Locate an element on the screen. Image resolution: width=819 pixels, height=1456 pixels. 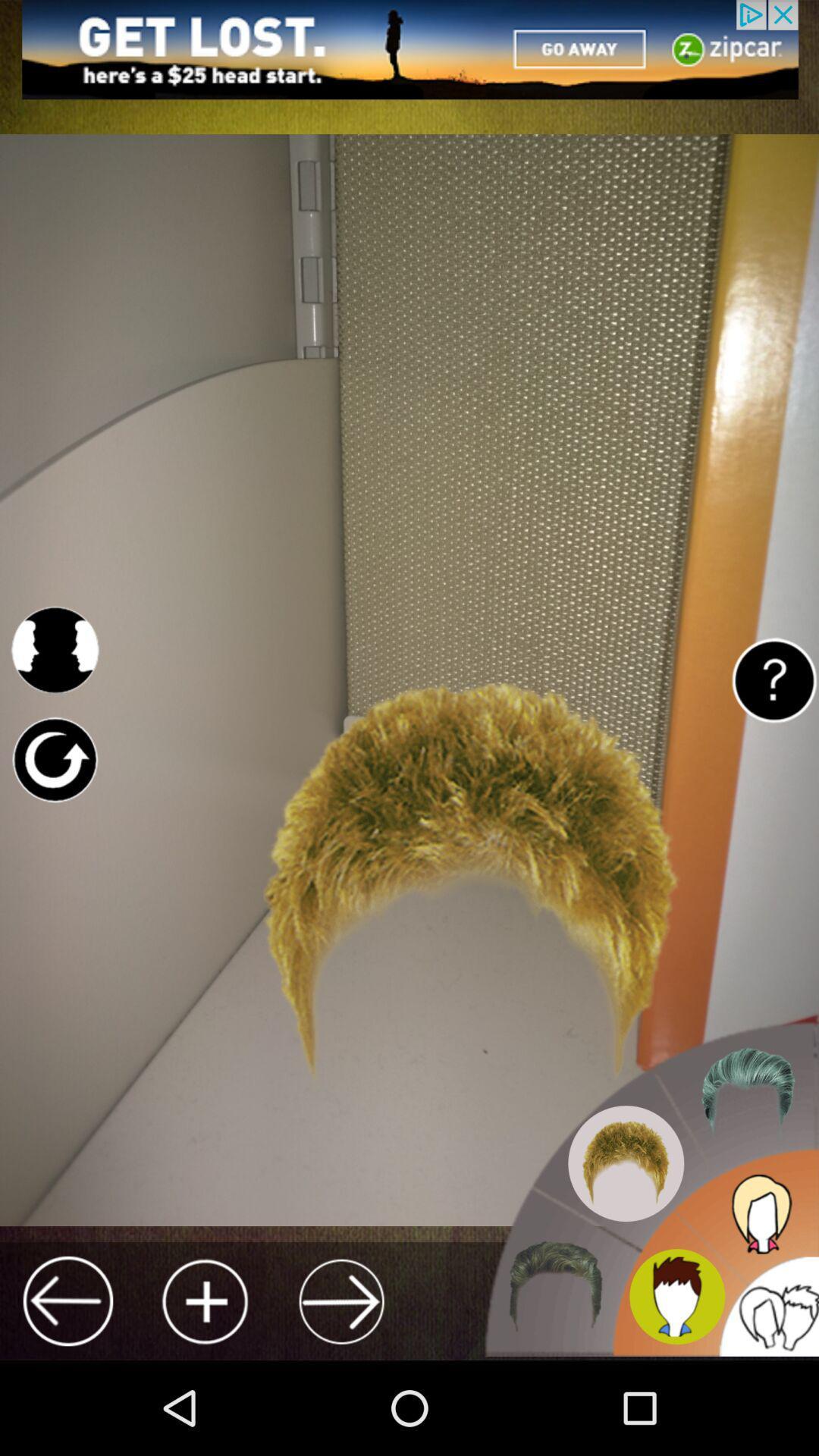
the help icon is located at coordinates (773, 728).